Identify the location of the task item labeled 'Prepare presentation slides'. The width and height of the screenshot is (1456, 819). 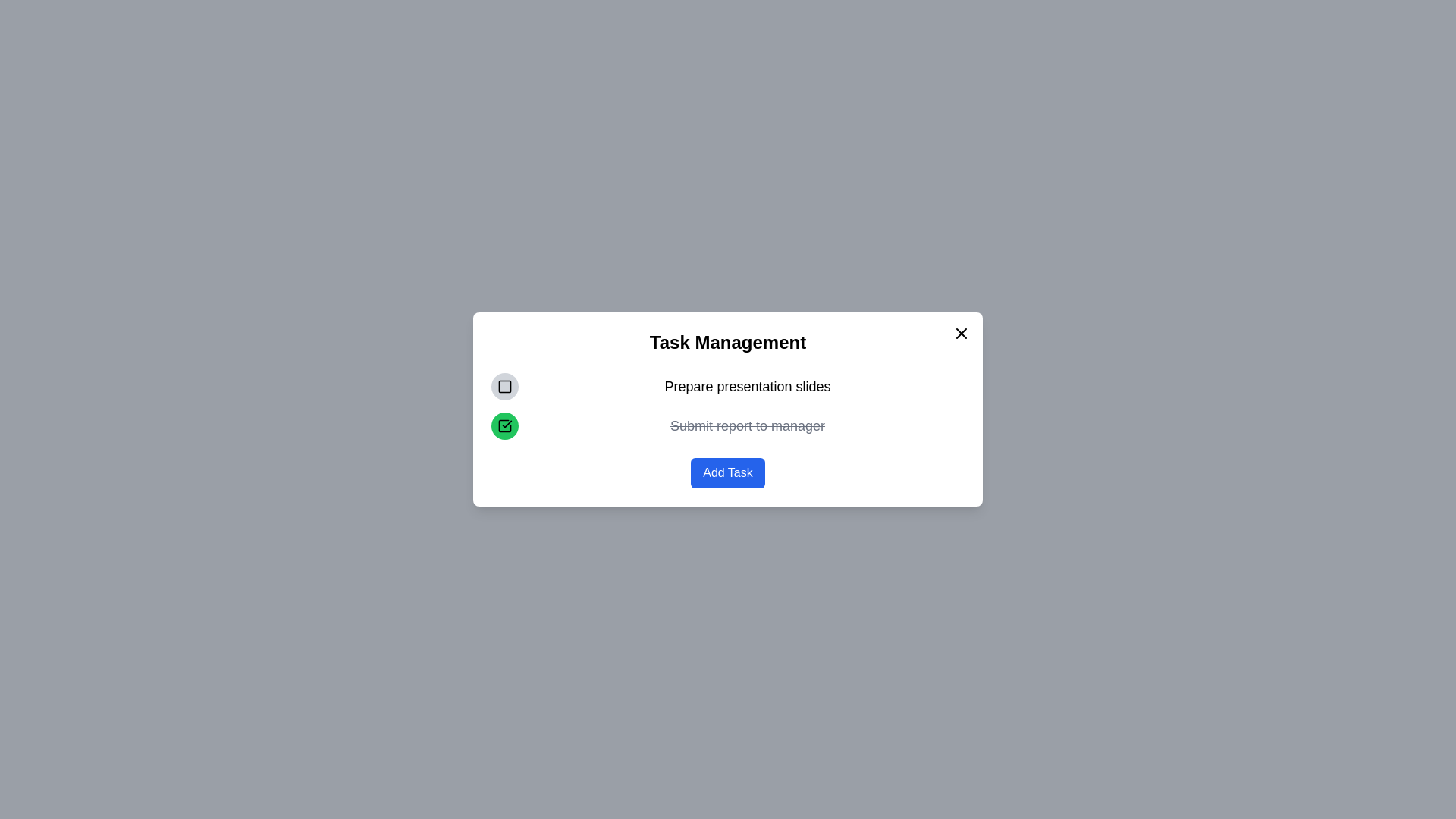
(728, 385).